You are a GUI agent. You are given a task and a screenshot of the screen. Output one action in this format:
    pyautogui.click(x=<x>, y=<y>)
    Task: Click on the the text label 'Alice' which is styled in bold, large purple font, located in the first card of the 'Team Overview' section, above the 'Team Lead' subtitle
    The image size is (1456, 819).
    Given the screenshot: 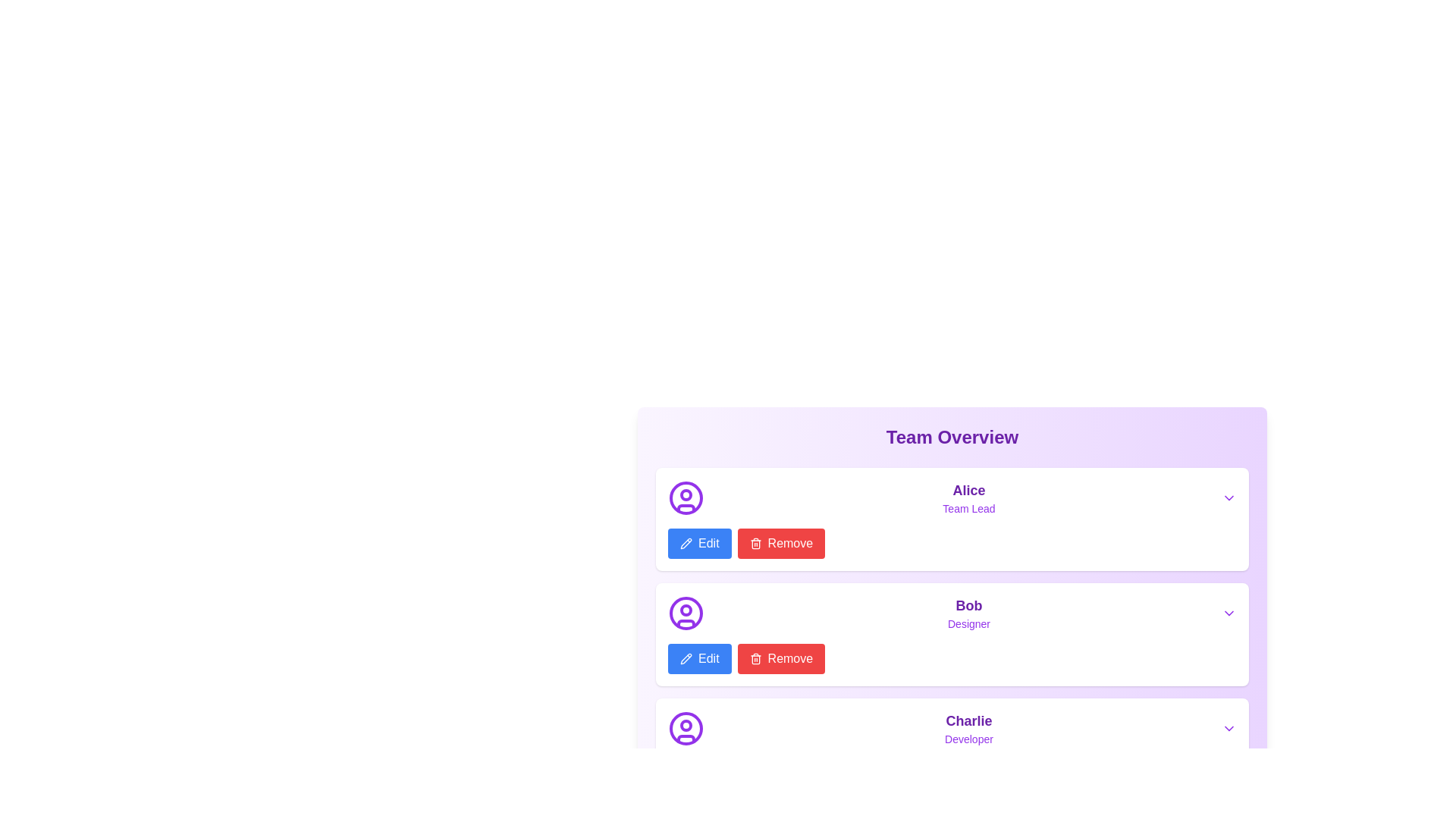 What is the action you would take?
    pyautogui.click(x=968, y=491)
    